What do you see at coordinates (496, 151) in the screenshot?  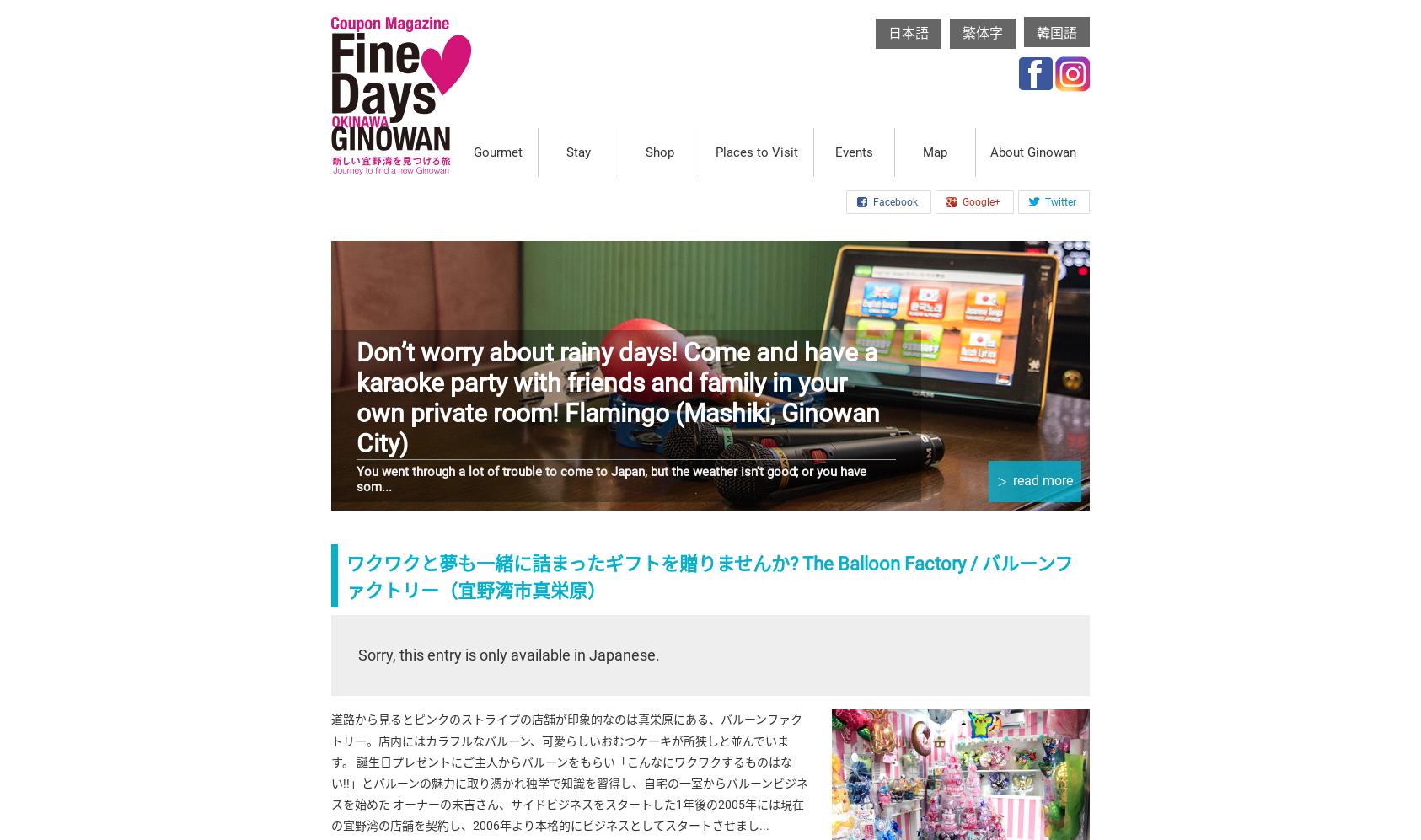 I see `'Gourmet'` at bounding box center [496, 151].